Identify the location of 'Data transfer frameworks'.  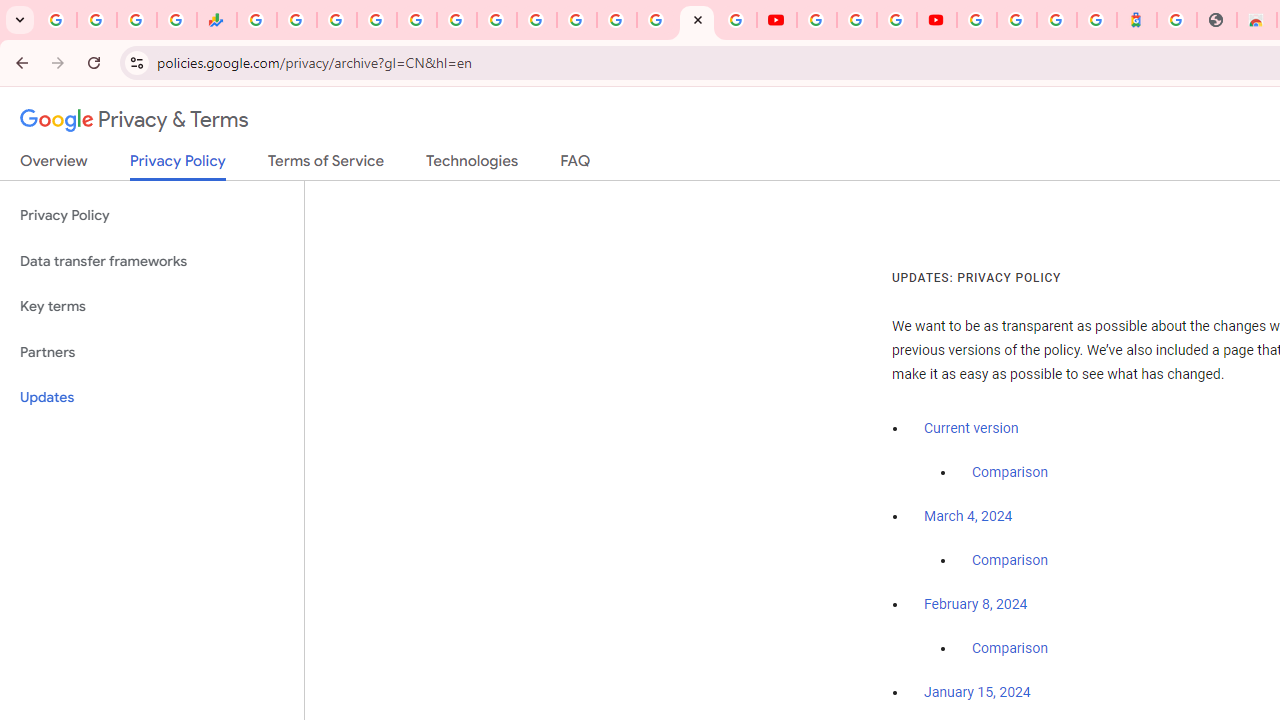
(151, 260).